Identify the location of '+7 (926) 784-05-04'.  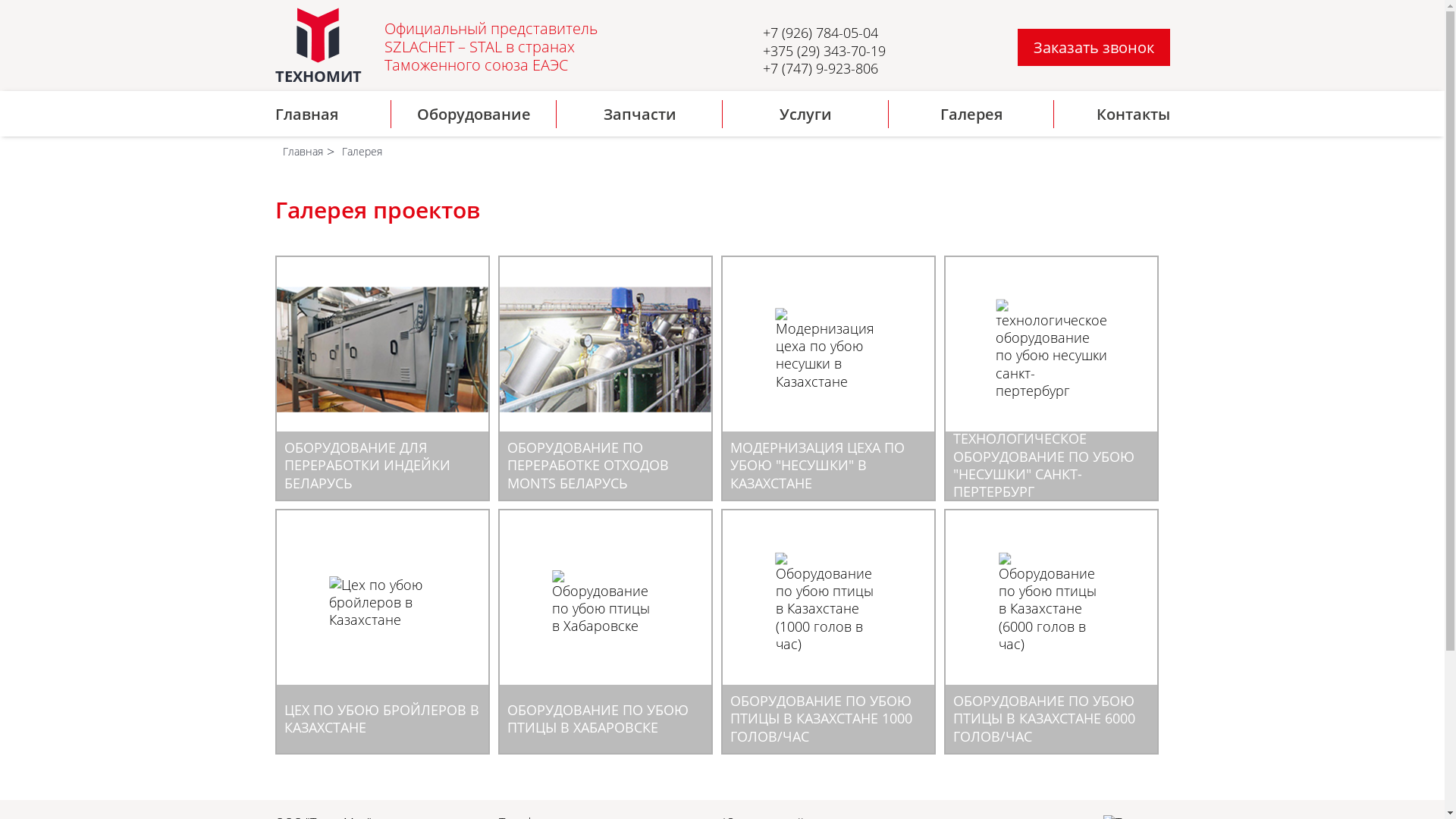
(763, 32).